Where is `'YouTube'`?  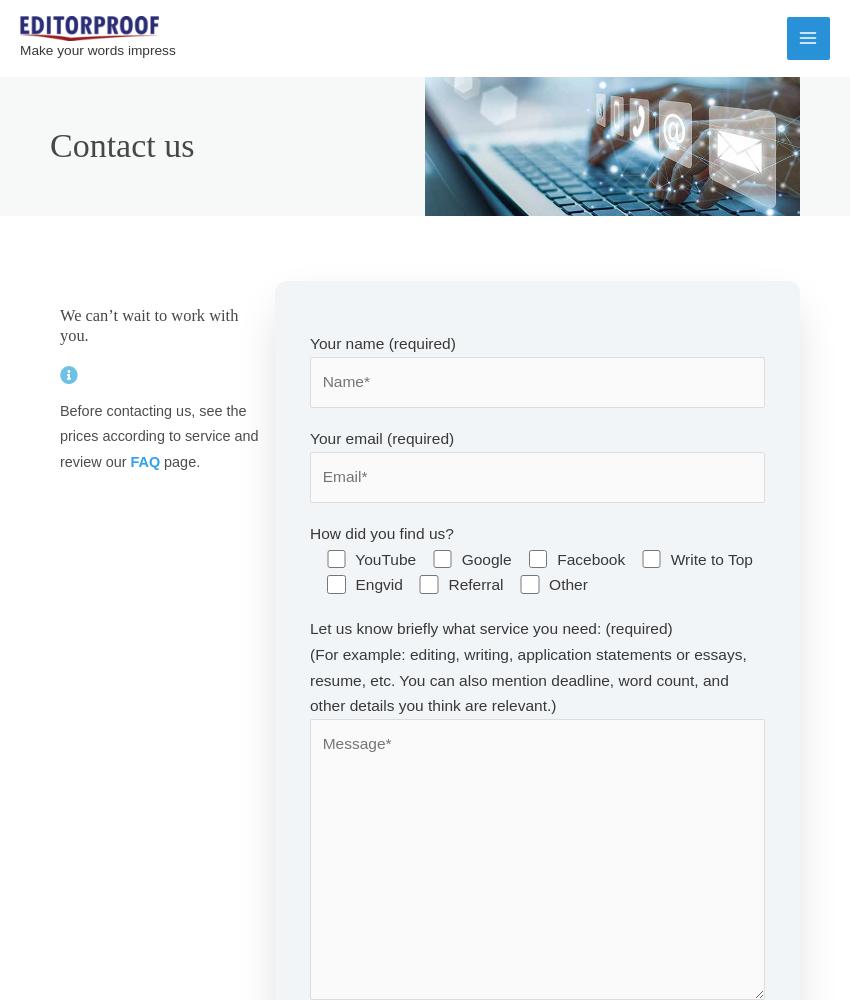
'YouTube' is located at coordinates (385, 558).